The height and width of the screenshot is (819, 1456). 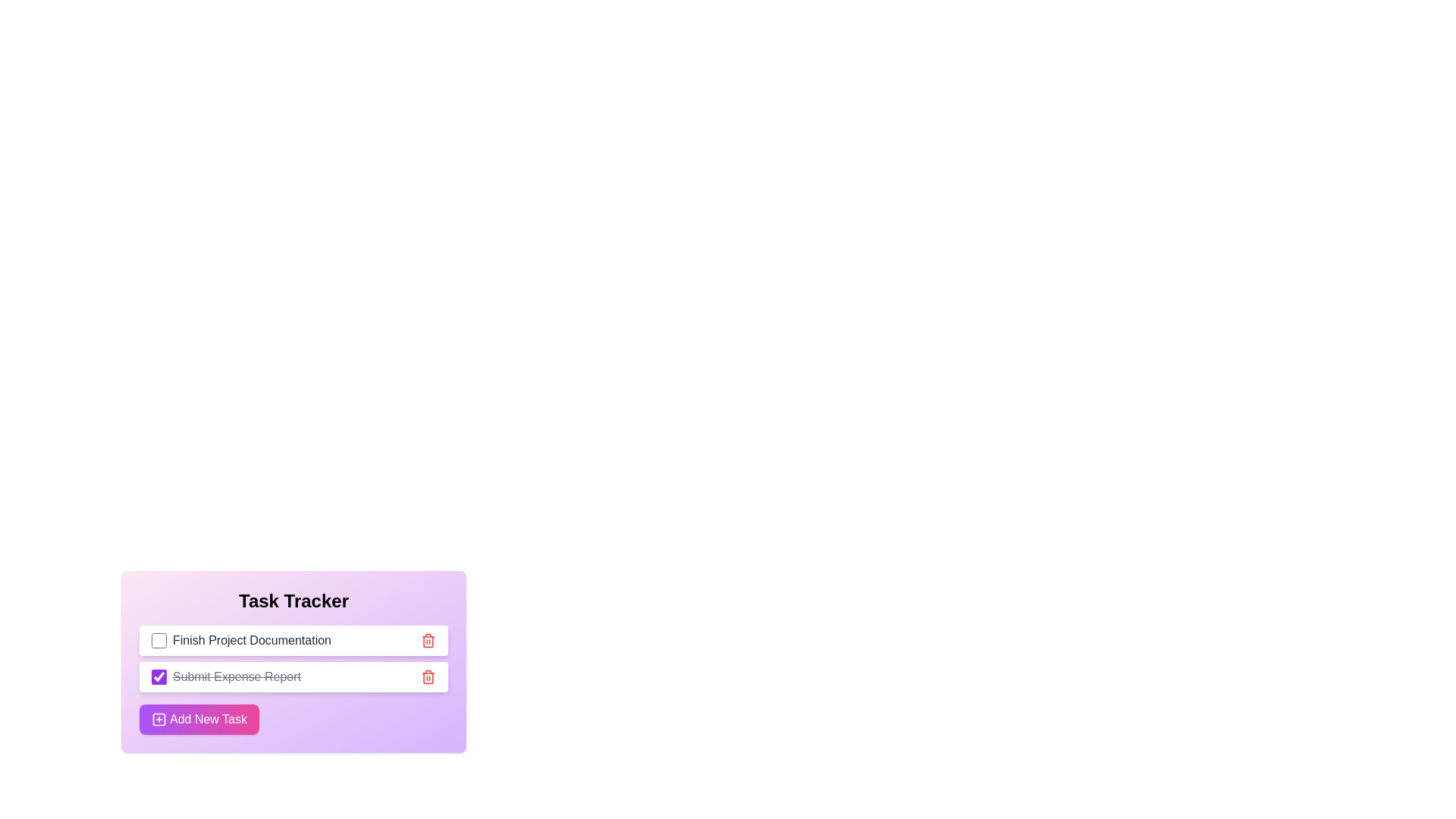 I want to click on the completed task, so click(x=236, y=676).